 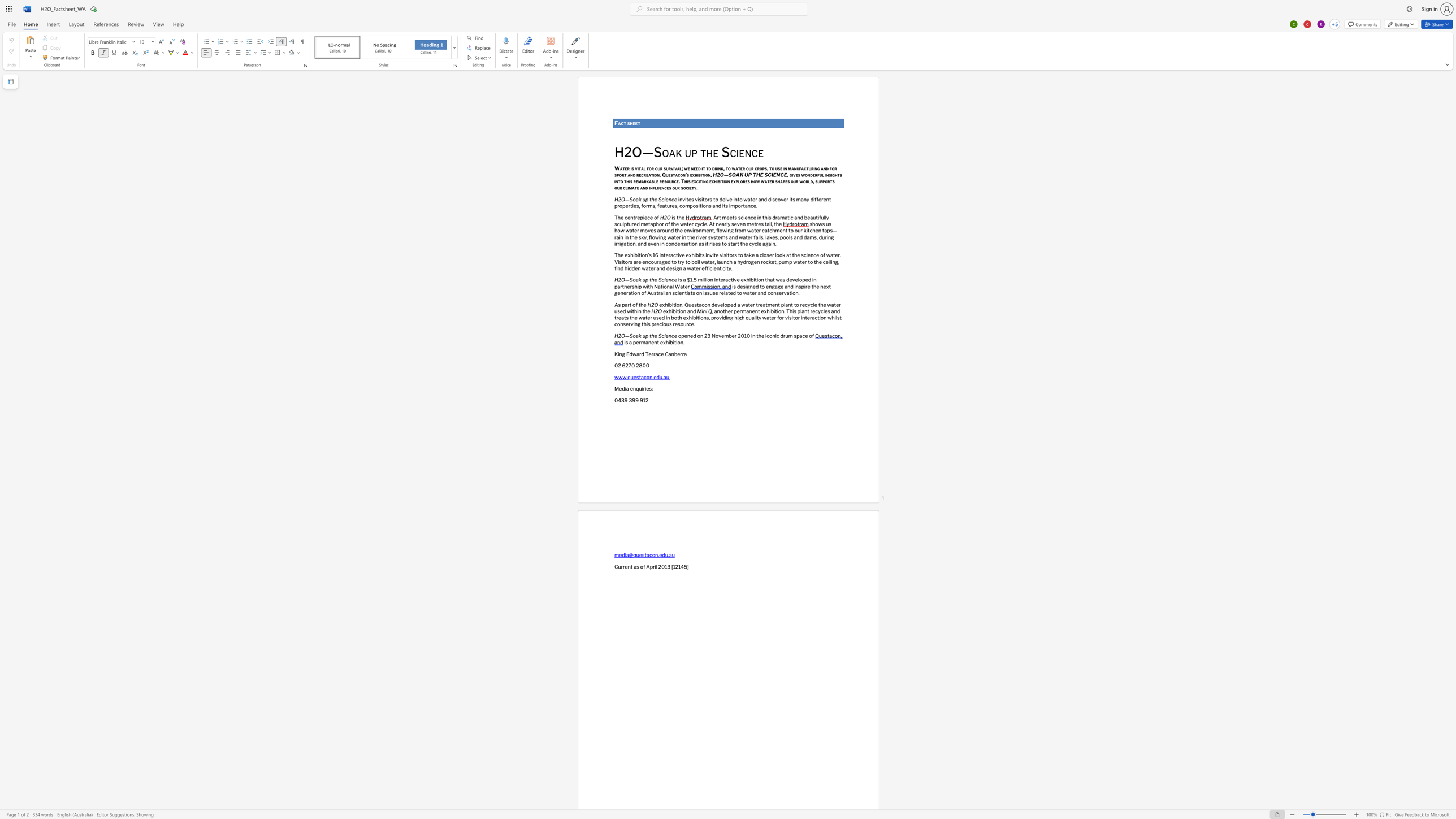 I want to click on the 1th character "n" in the text, so click(x=632, y=217).